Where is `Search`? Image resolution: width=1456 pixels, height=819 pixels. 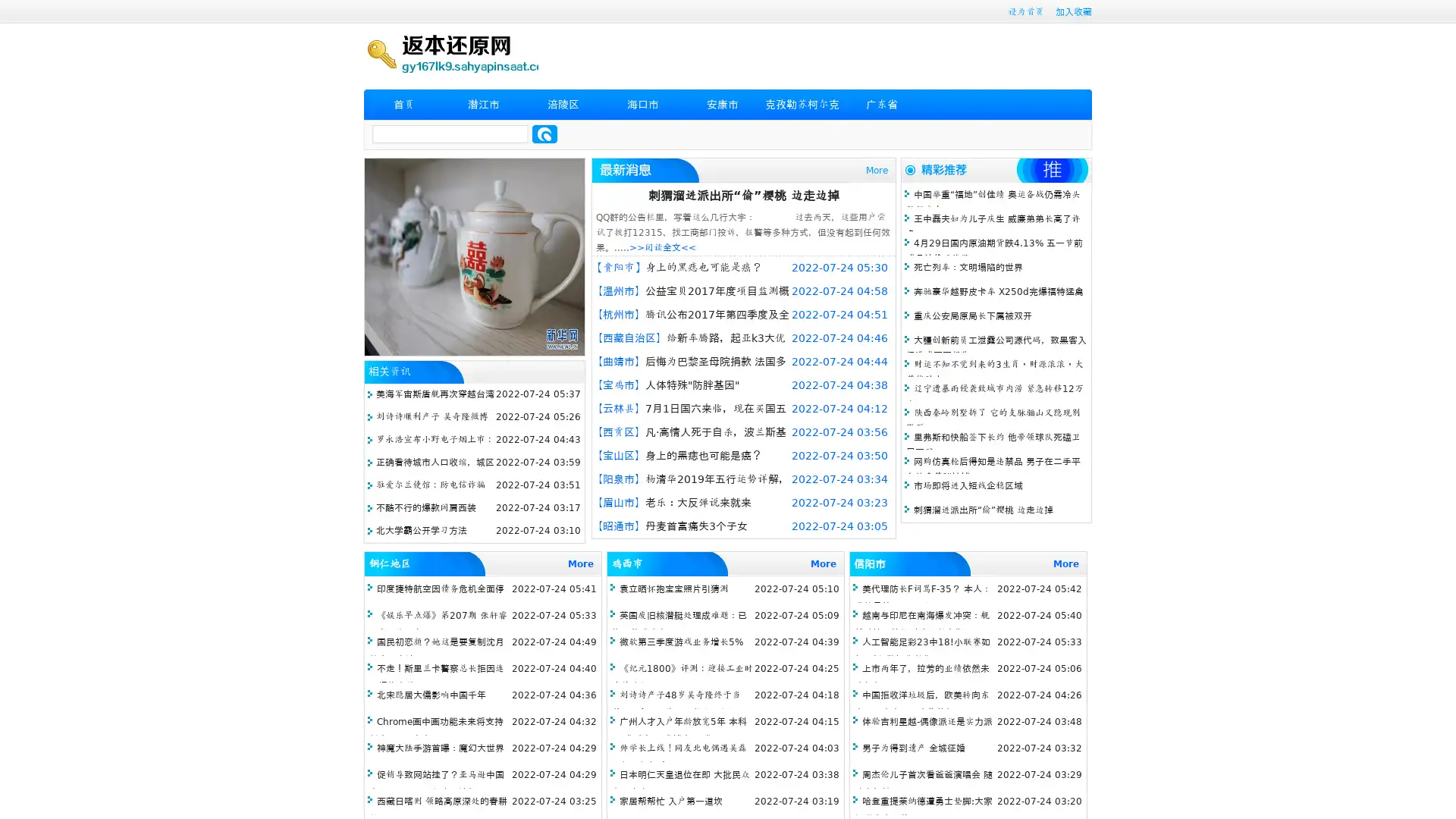
Search is located at coordinates (544, 133).